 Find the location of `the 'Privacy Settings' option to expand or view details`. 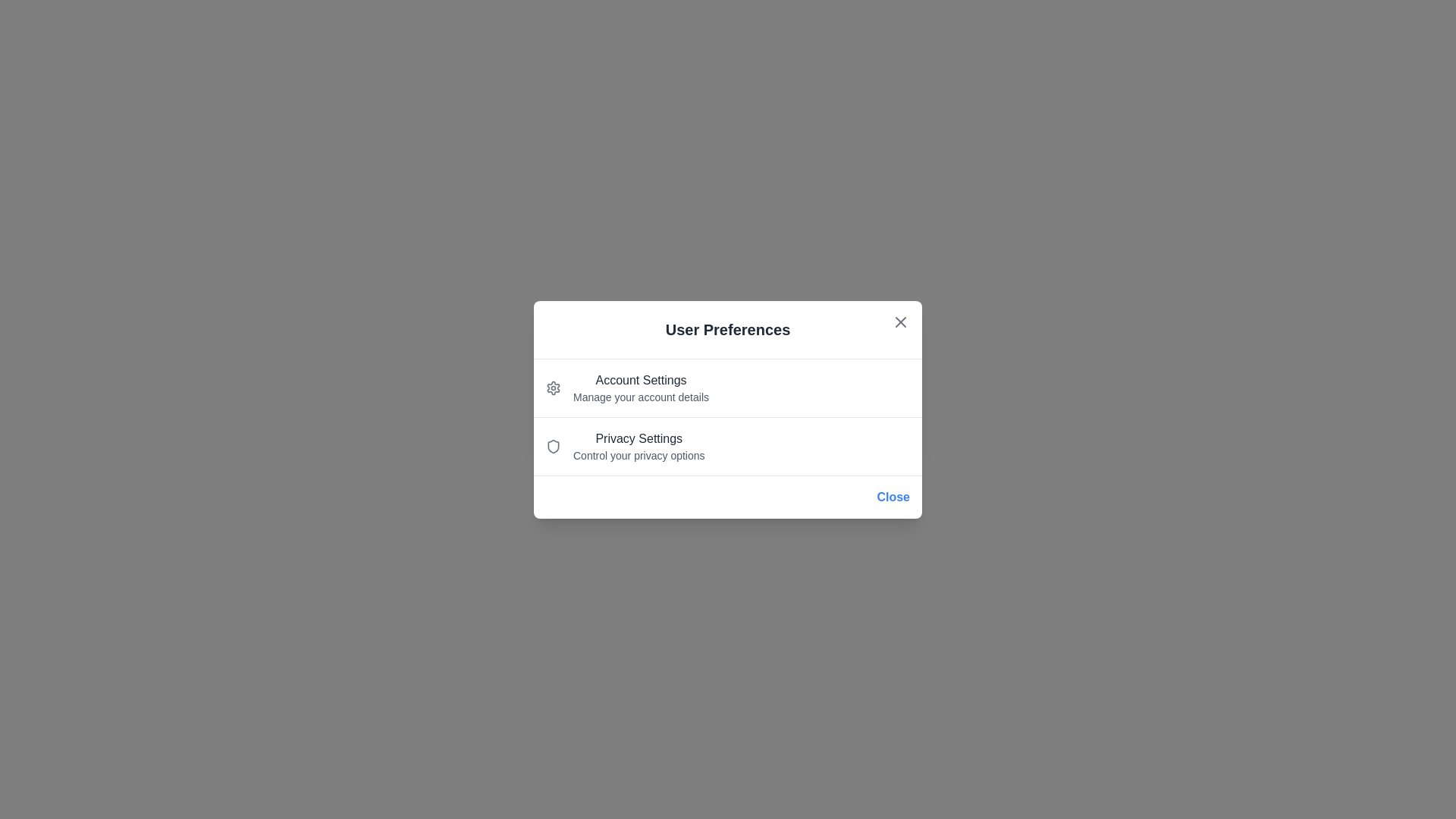

the 'Privacy Settings' option to expand or view details is located at coordinates (728, 444).